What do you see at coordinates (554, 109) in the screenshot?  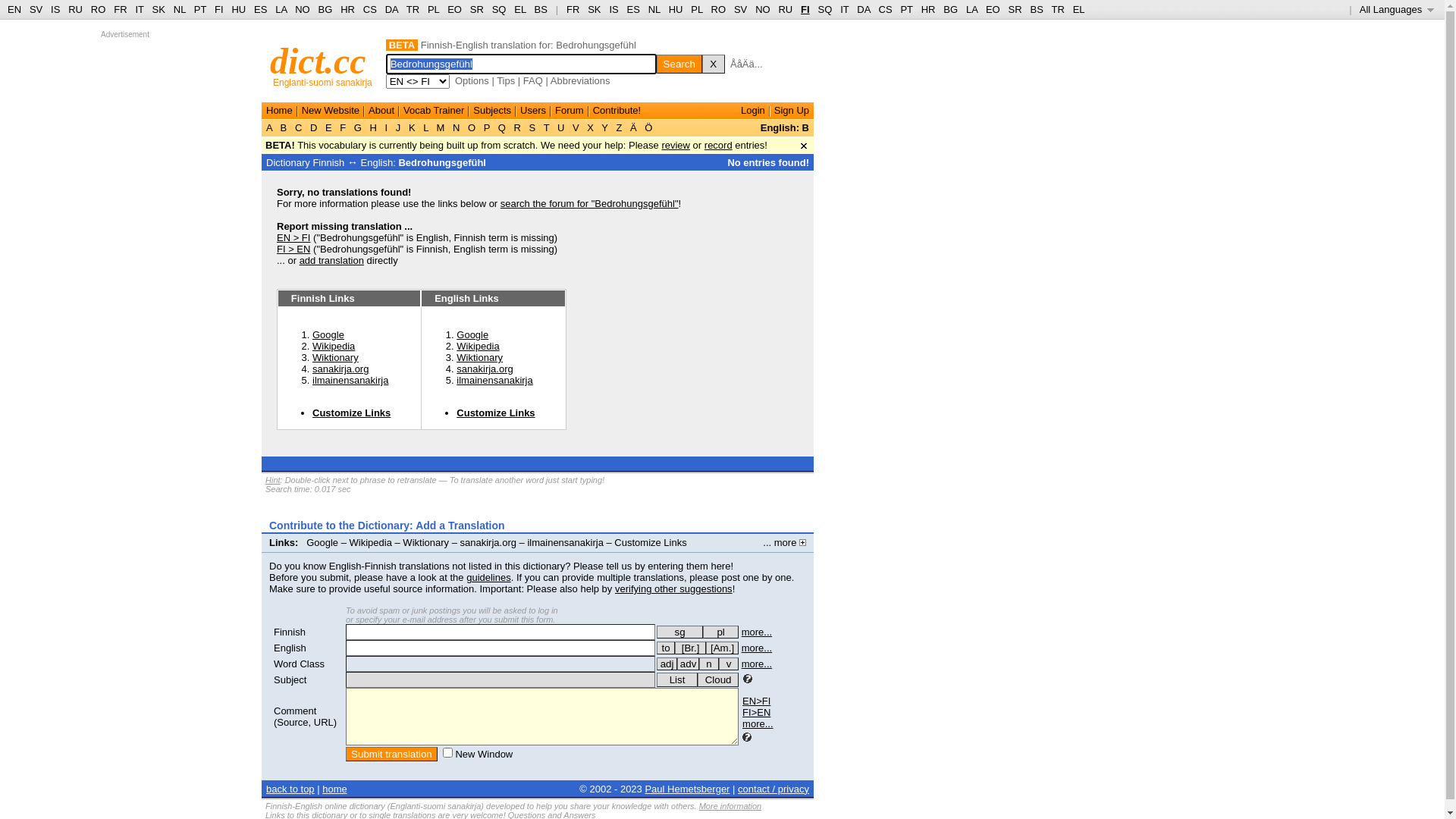 I see `'Forum'` at bounding box center [554, 109].